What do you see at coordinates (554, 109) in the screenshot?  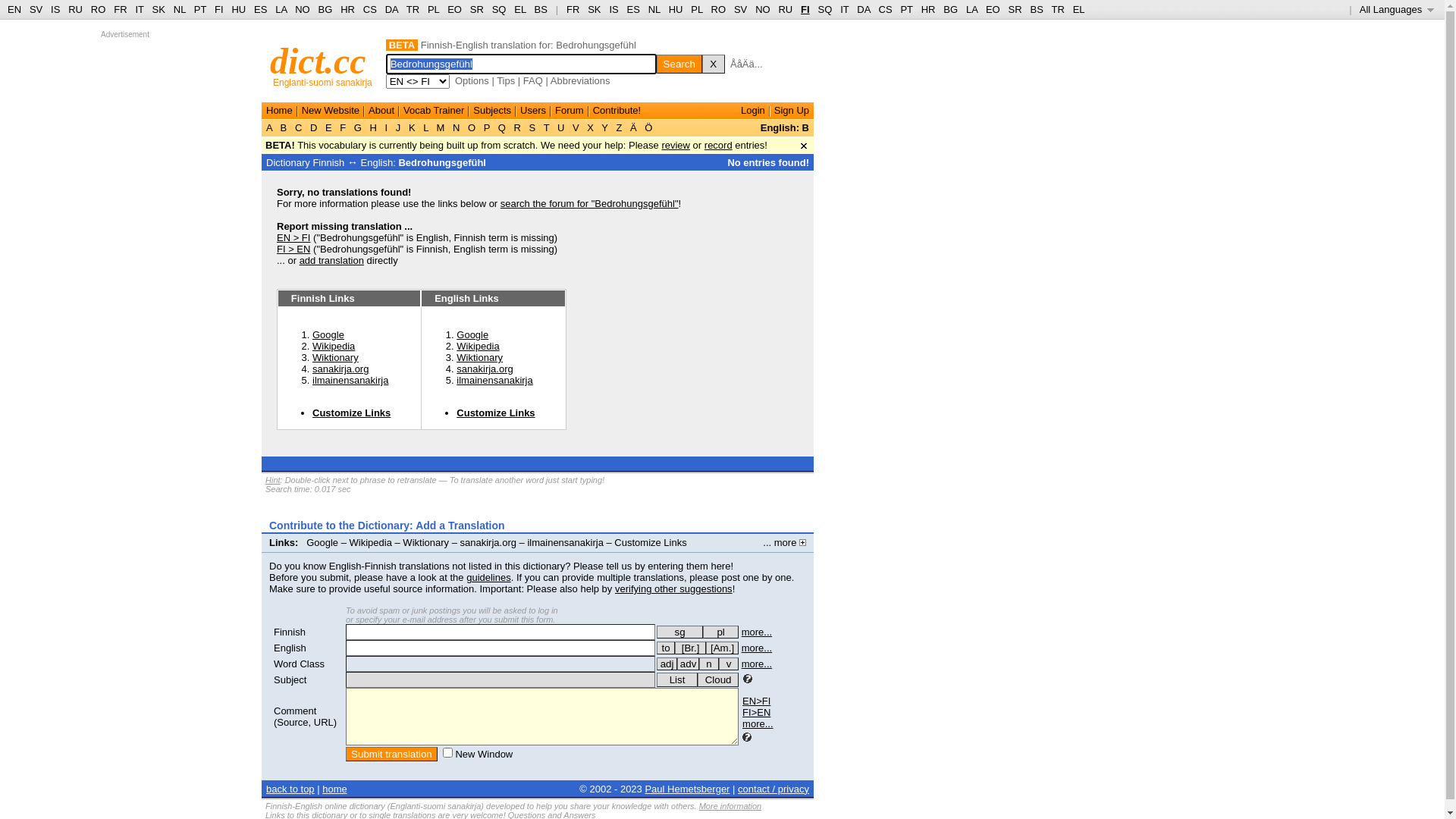 I see `'Forum'` at bounding box center [554, 109].